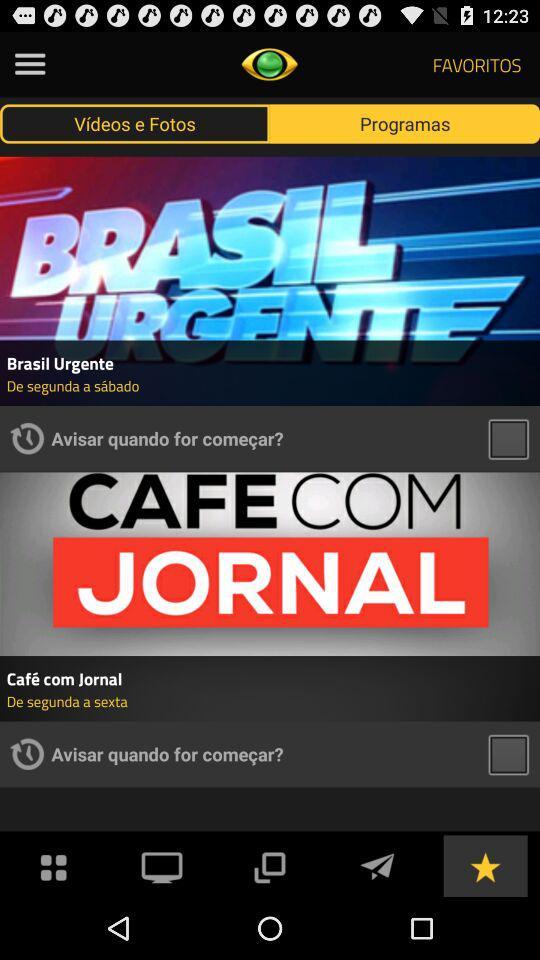  Describe the element at coordinates (29, 68) in the screenshot. I see `the menu icon` at that location.